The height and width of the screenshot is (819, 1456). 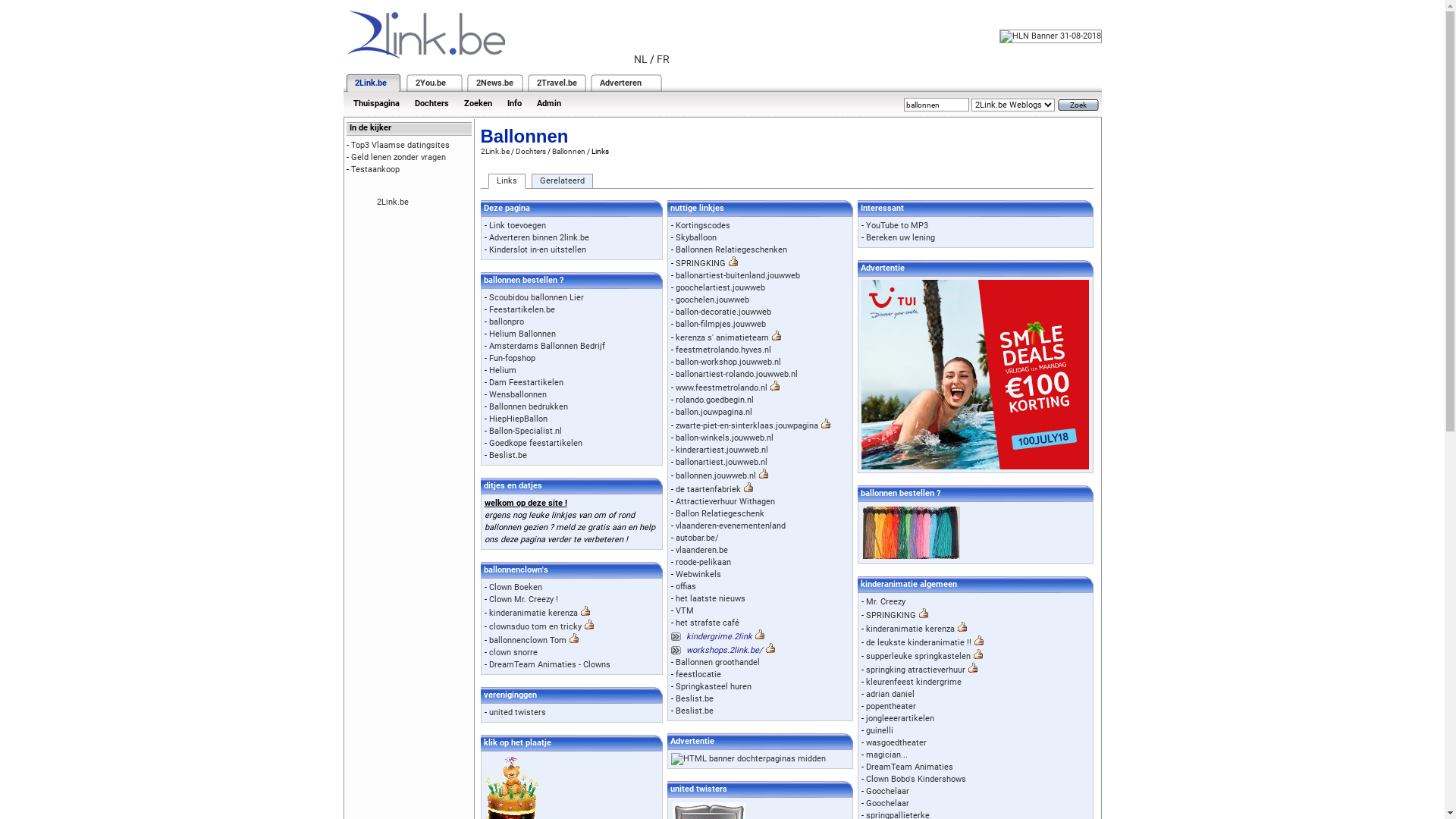 I want to click on 'NL', so click(x=640, y=58).